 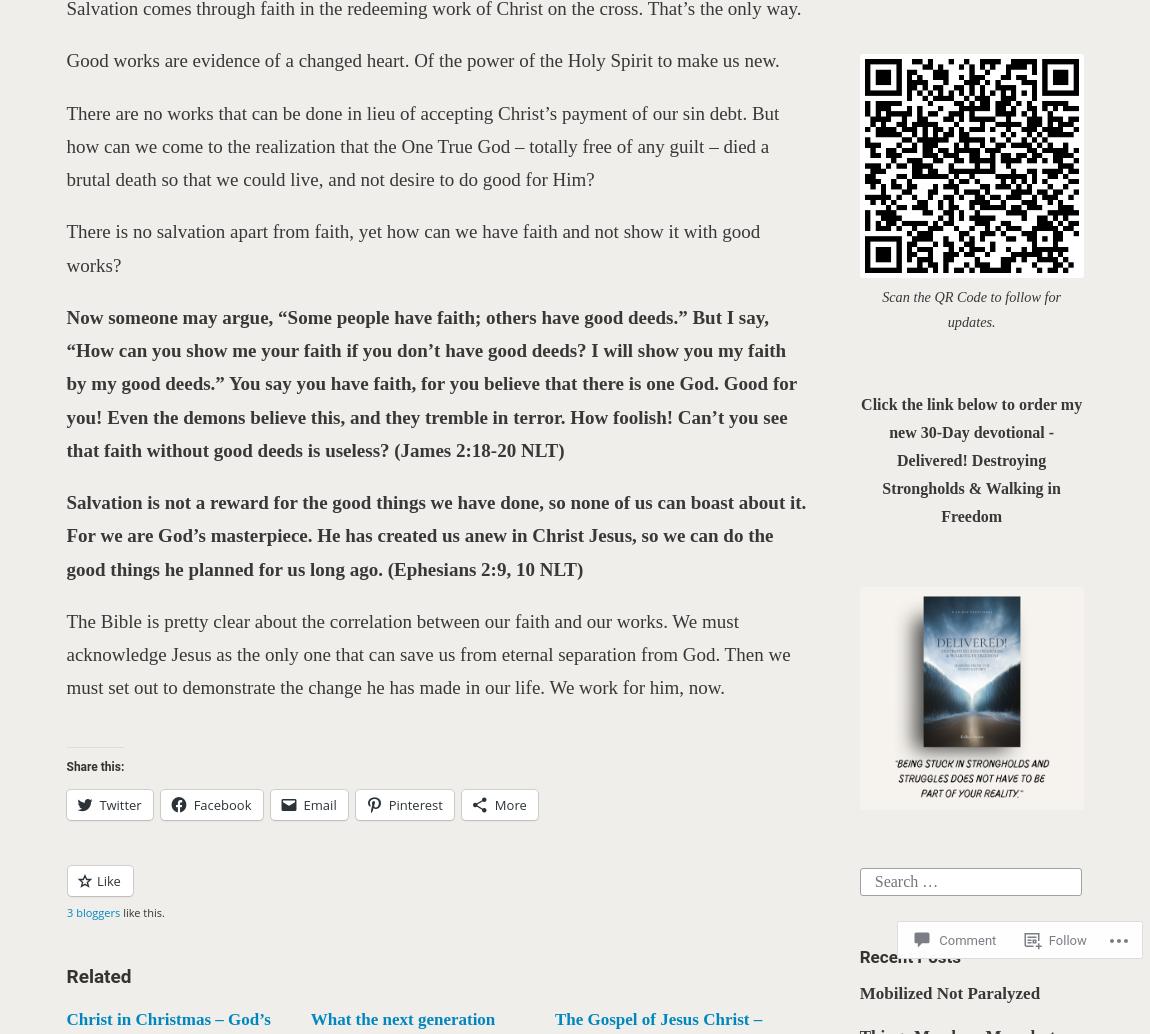 What do you see at coordinates (428, 654) in the screenshot?
I see `'The Bible is pretty clear about the correlation between our faith and our works. We must acknowledge Jesus as the only one that can save us from eternal separation from God. Then we must set out to demonstrate the change he has made in our life. We work for him, now.'` at bounding box center [428, 654].